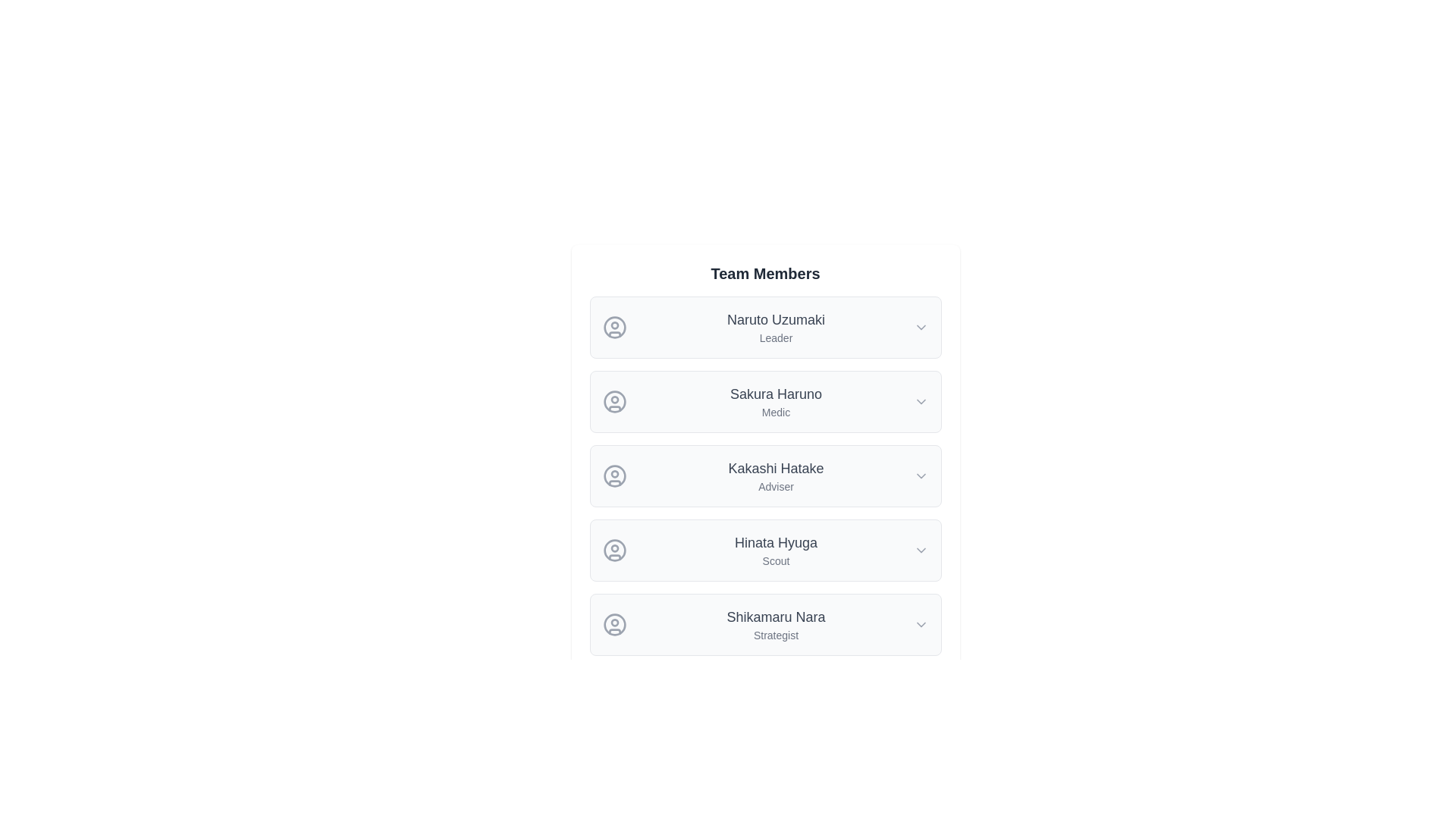 The height and width of the screenshot is (819, 1456). I want to click on text label displaying 'Kakashi Hatake' in bold gray font, located in the middle card of team members, so click(776, 467).